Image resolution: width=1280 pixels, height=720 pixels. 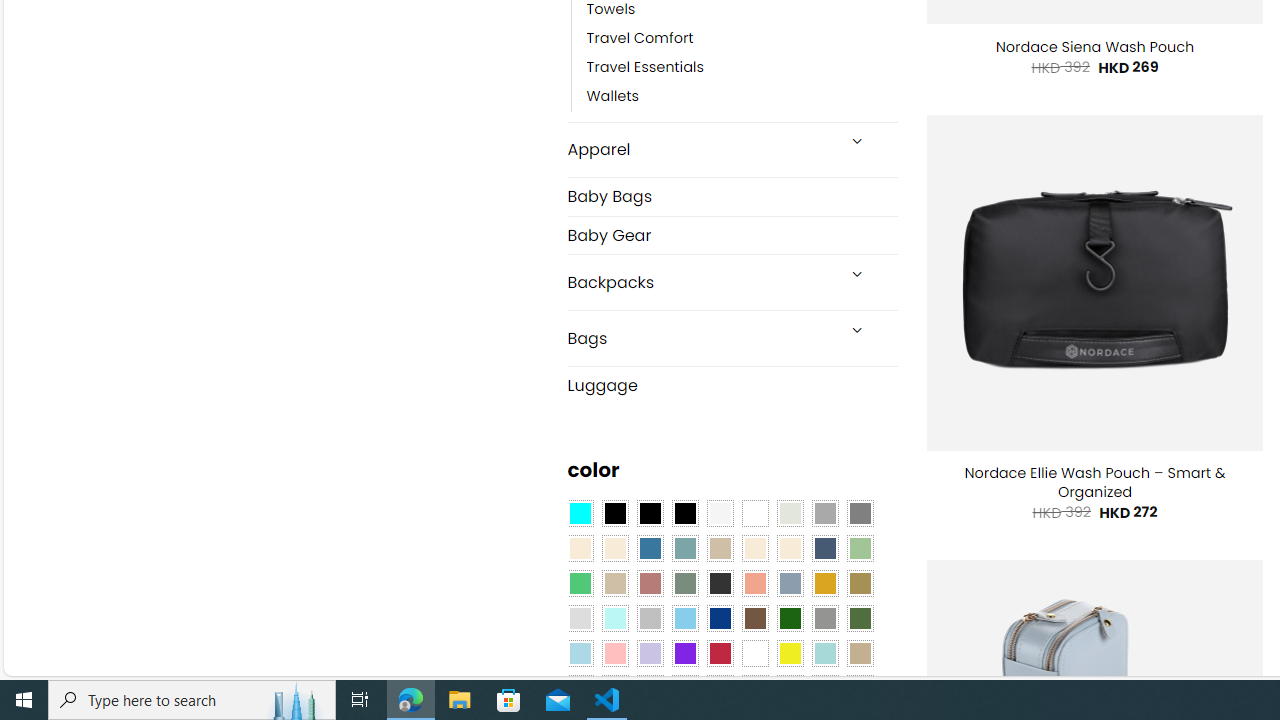 What do you see at coordinates (614, 618) in the screenshot?
I see `'Mint'` at bounding box center [614, 618].